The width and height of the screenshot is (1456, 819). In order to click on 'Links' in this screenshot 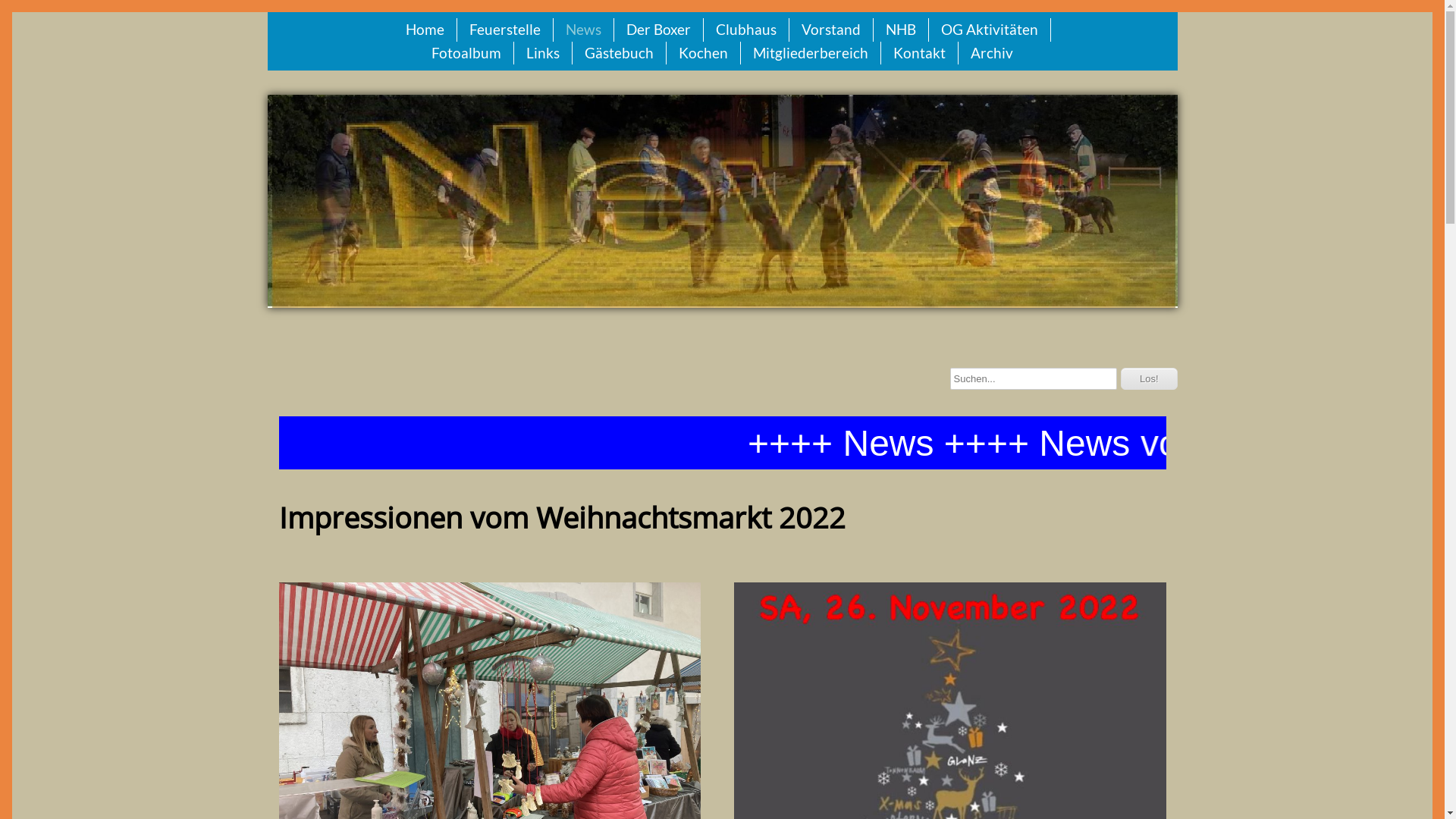, I will do `click(542, 52)`.